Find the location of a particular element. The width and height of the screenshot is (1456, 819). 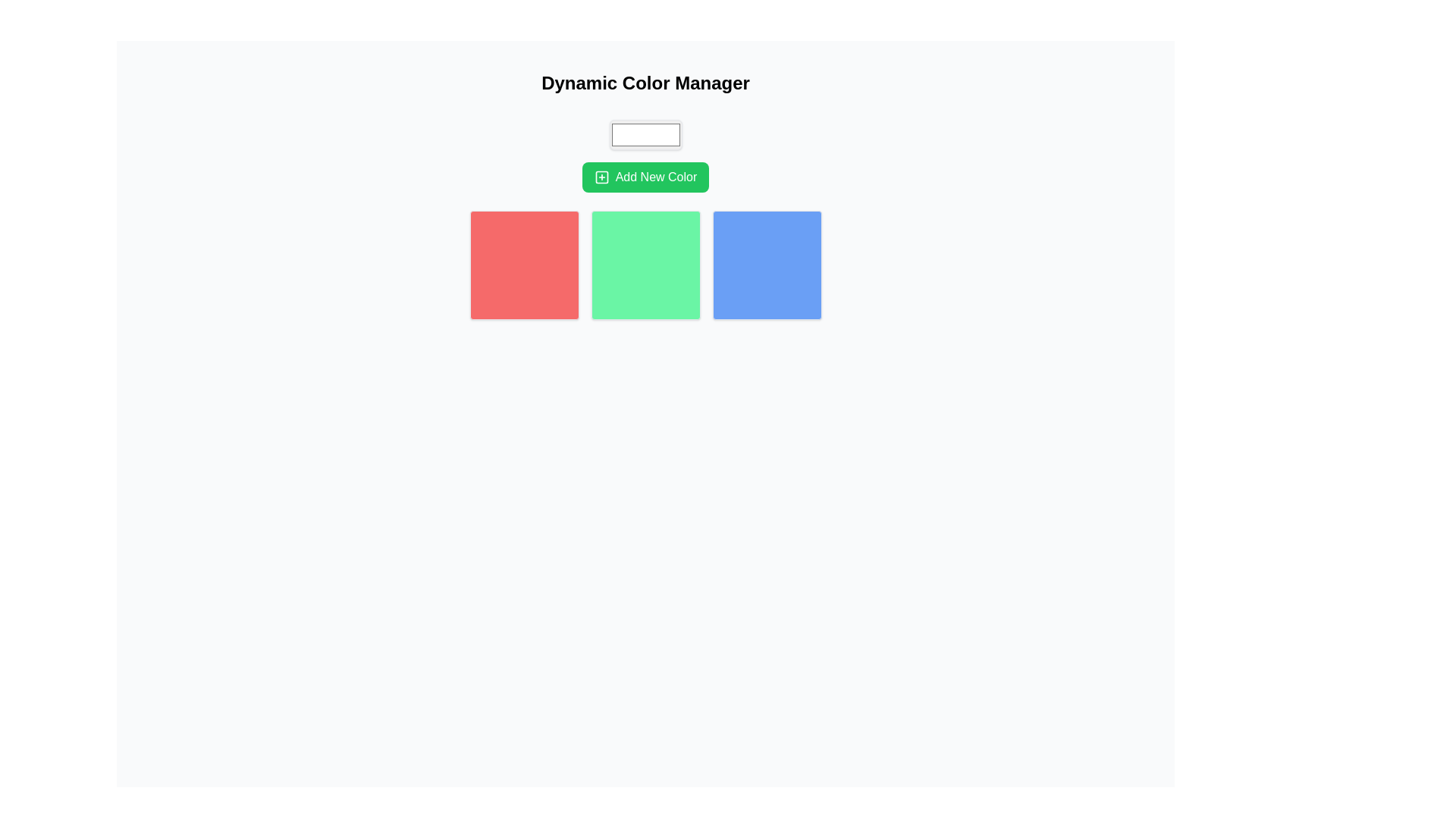

the decorative square element within the SVG icon design, which is located to the left of the 'Add New Color' label in the button is located at coordinates (601, 177).